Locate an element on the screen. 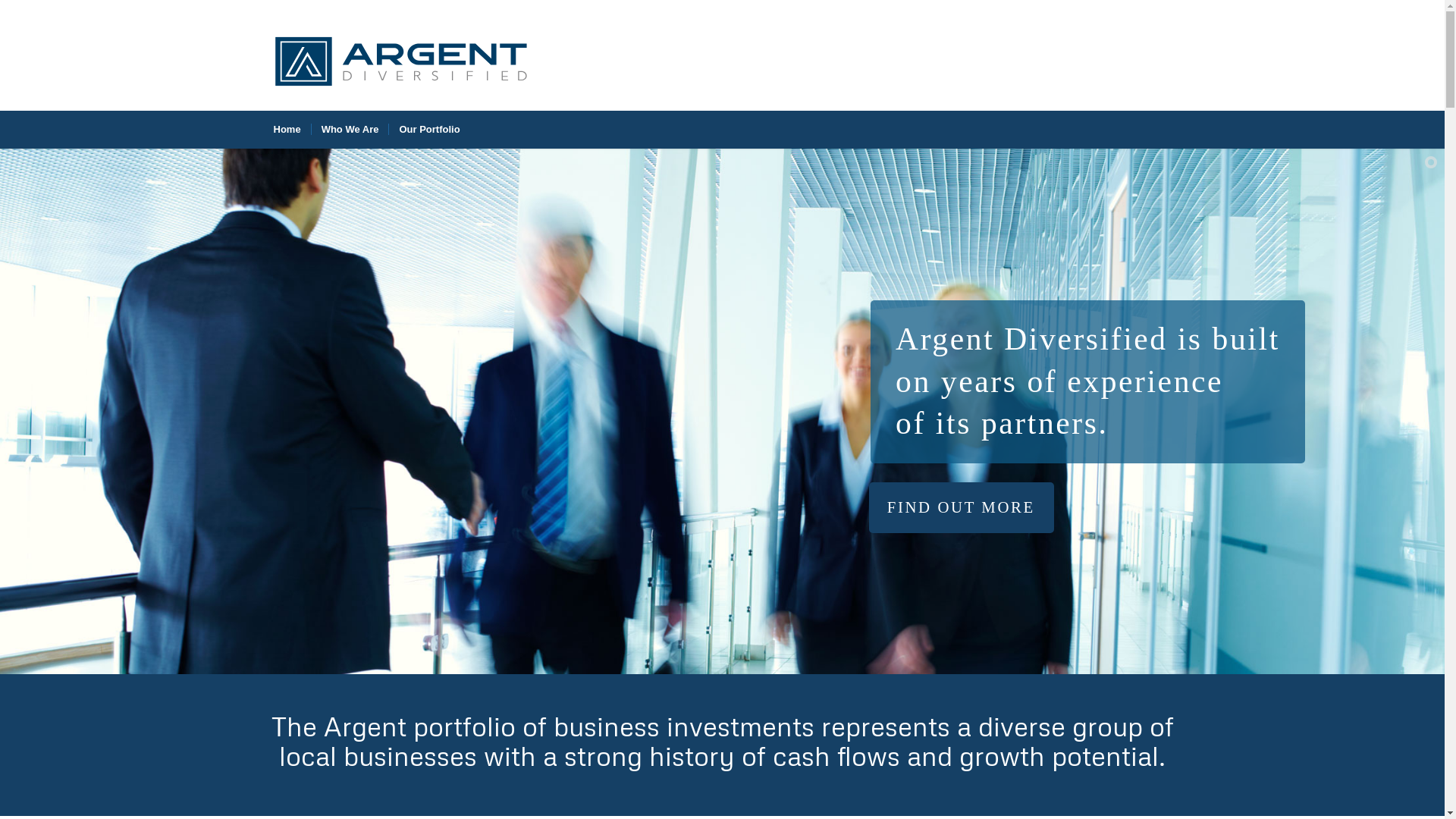 This screenshot has width=1456, height=819. 'Who We Are' is located at coordinates (349, 128).